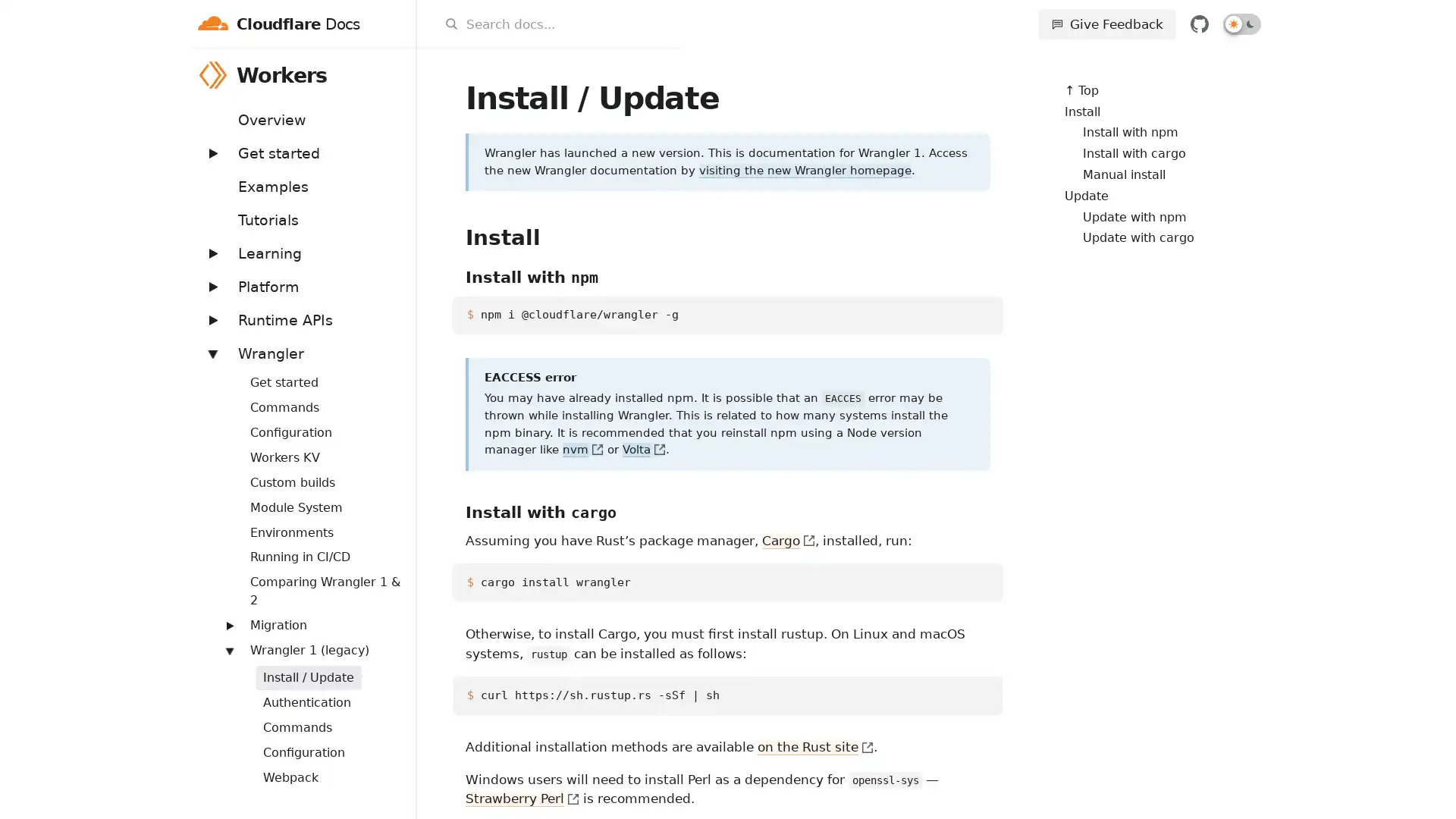 This screenshot has width=1456, height=819. What do you see at coordinates (221, 698) in the screenshot?
I see `Expand: Streams` at bounding box center [221, 698].